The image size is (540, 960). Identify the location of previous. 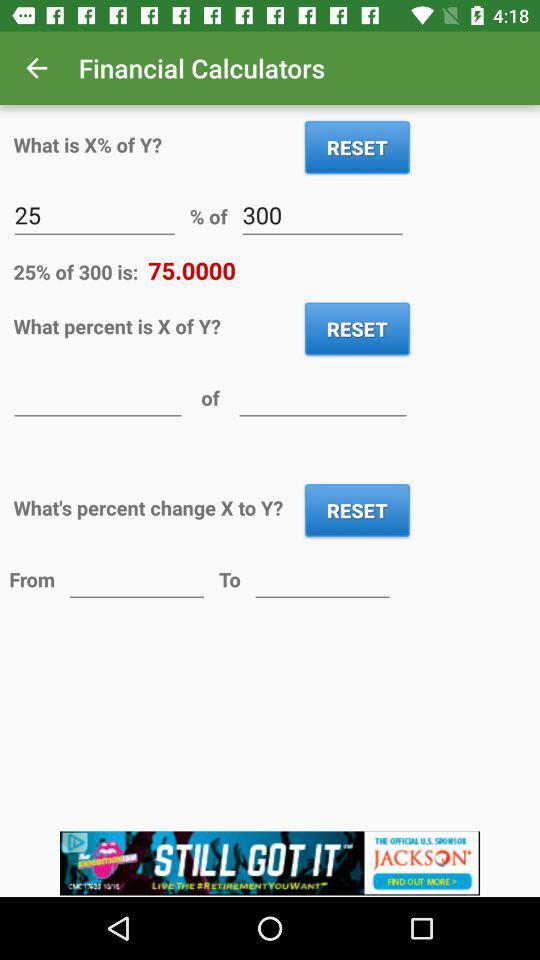
(136, 578).